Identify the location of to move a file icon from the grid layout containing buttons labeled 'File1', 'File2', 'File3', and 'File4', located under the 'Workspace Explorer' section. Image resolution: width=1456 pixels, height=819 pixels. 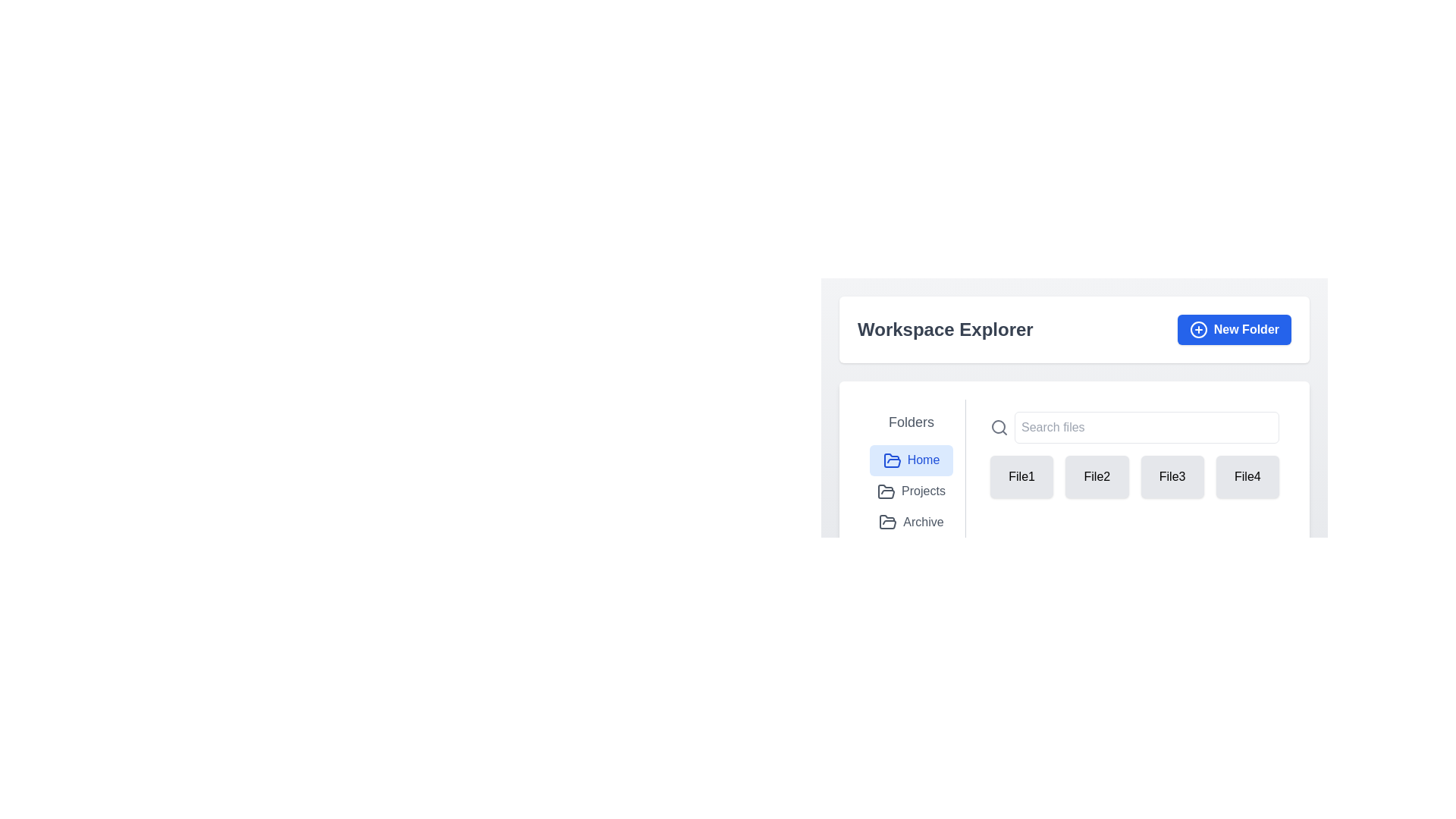
(1134, 475).